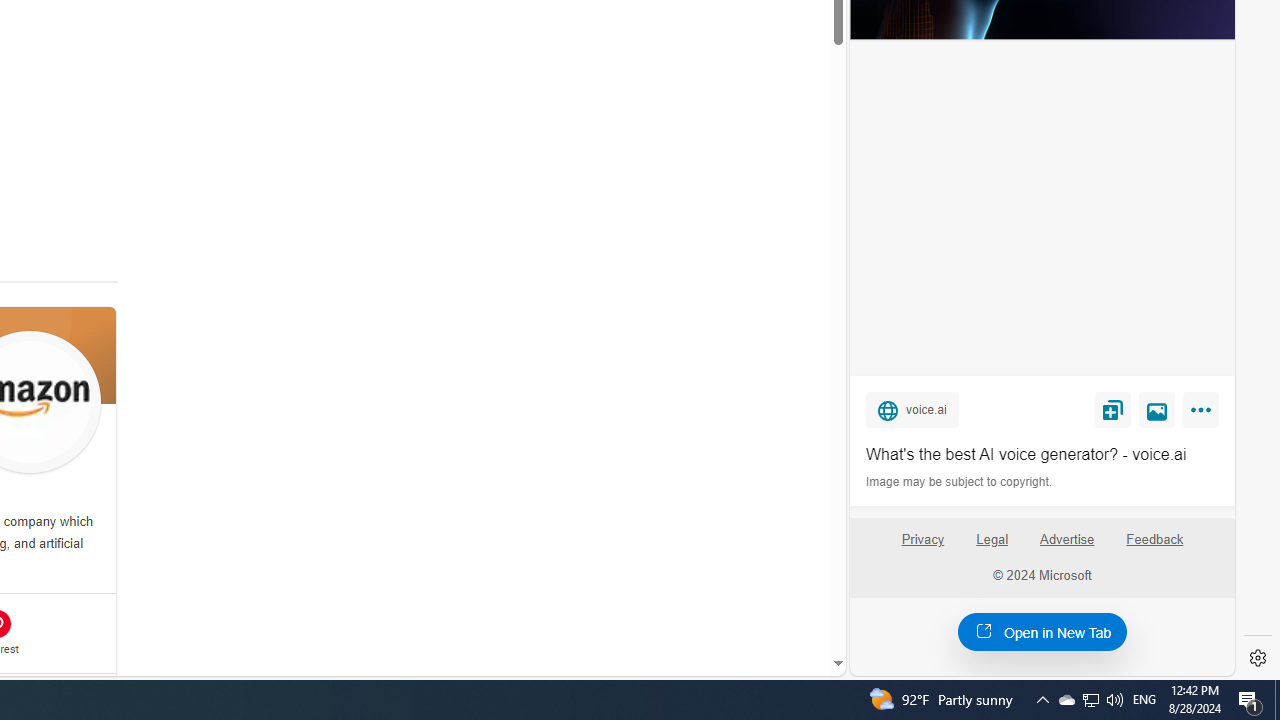 This screenshot has height=720, width=1280. I want to click on 'Advertise', so click(1066, 547).